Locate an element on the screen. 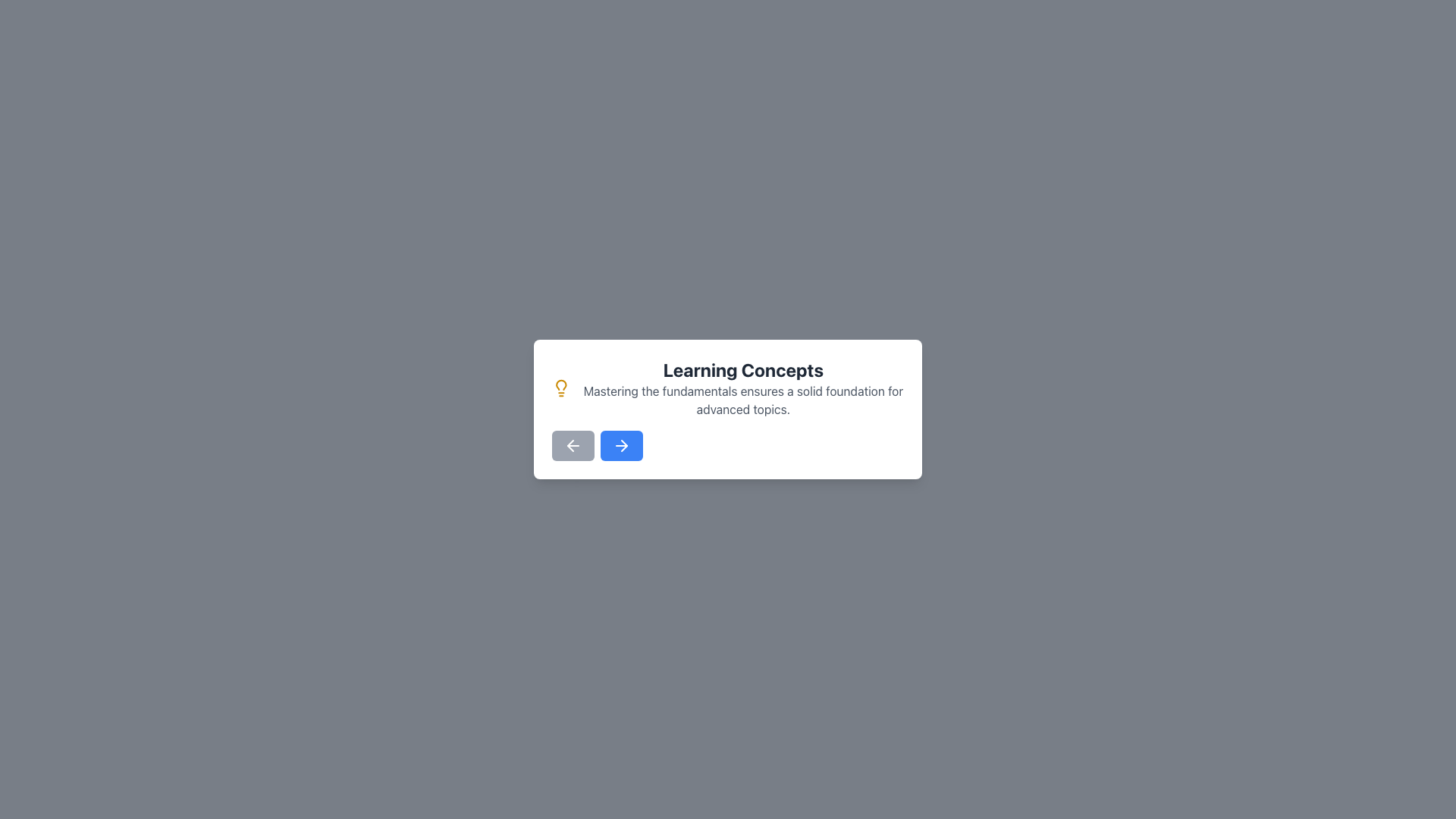 This screenshot has height=819, width=1456. the backward navigation arrow icon located to the left of the blue right arrow button beneath the title 'Learning Concepts' is located at coordinates (572, 444).